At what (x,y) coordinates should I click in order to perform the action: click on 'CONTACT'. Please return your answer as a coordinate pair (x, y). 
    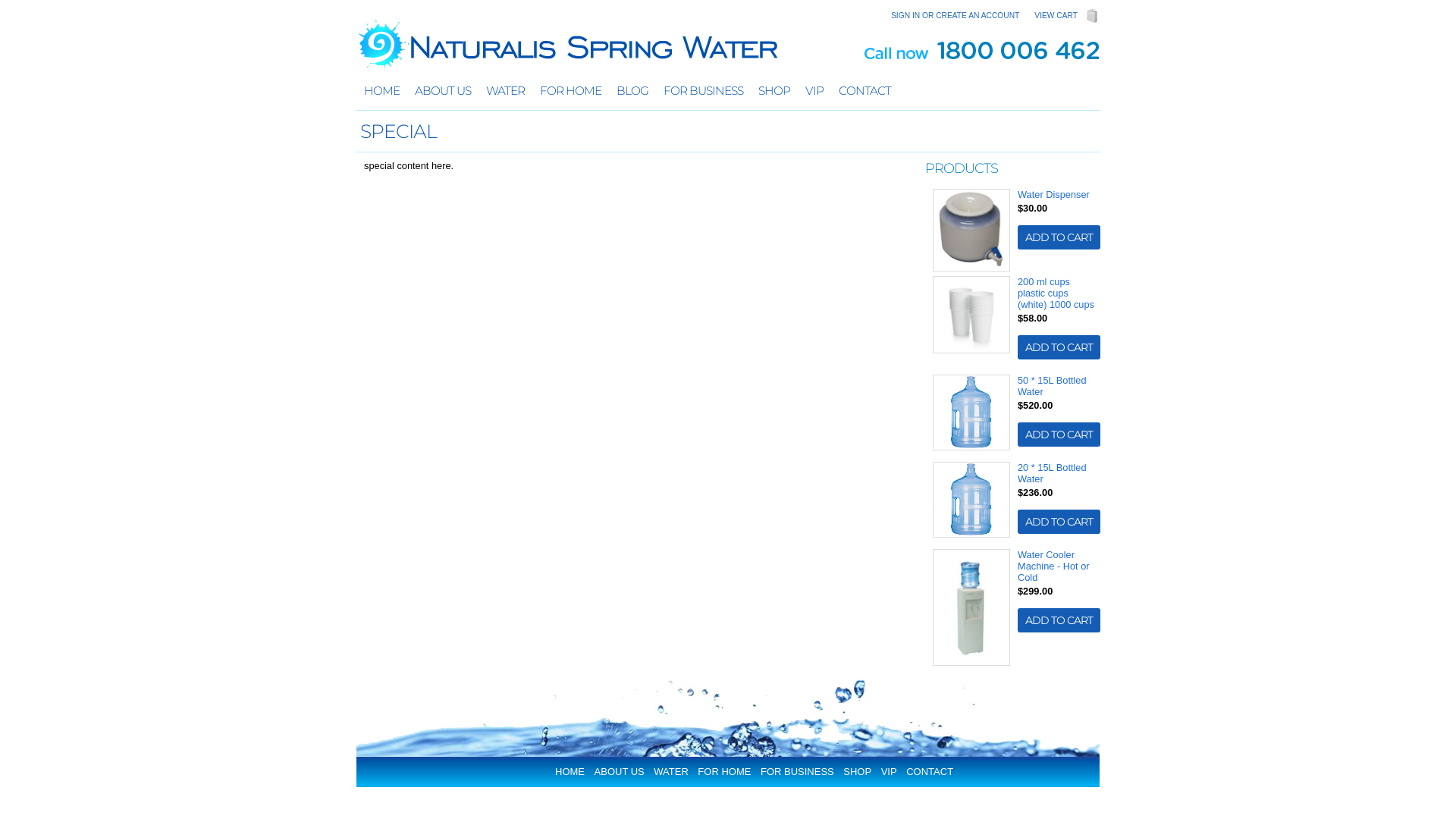
    Looking at the image, I should click on (864, 90).